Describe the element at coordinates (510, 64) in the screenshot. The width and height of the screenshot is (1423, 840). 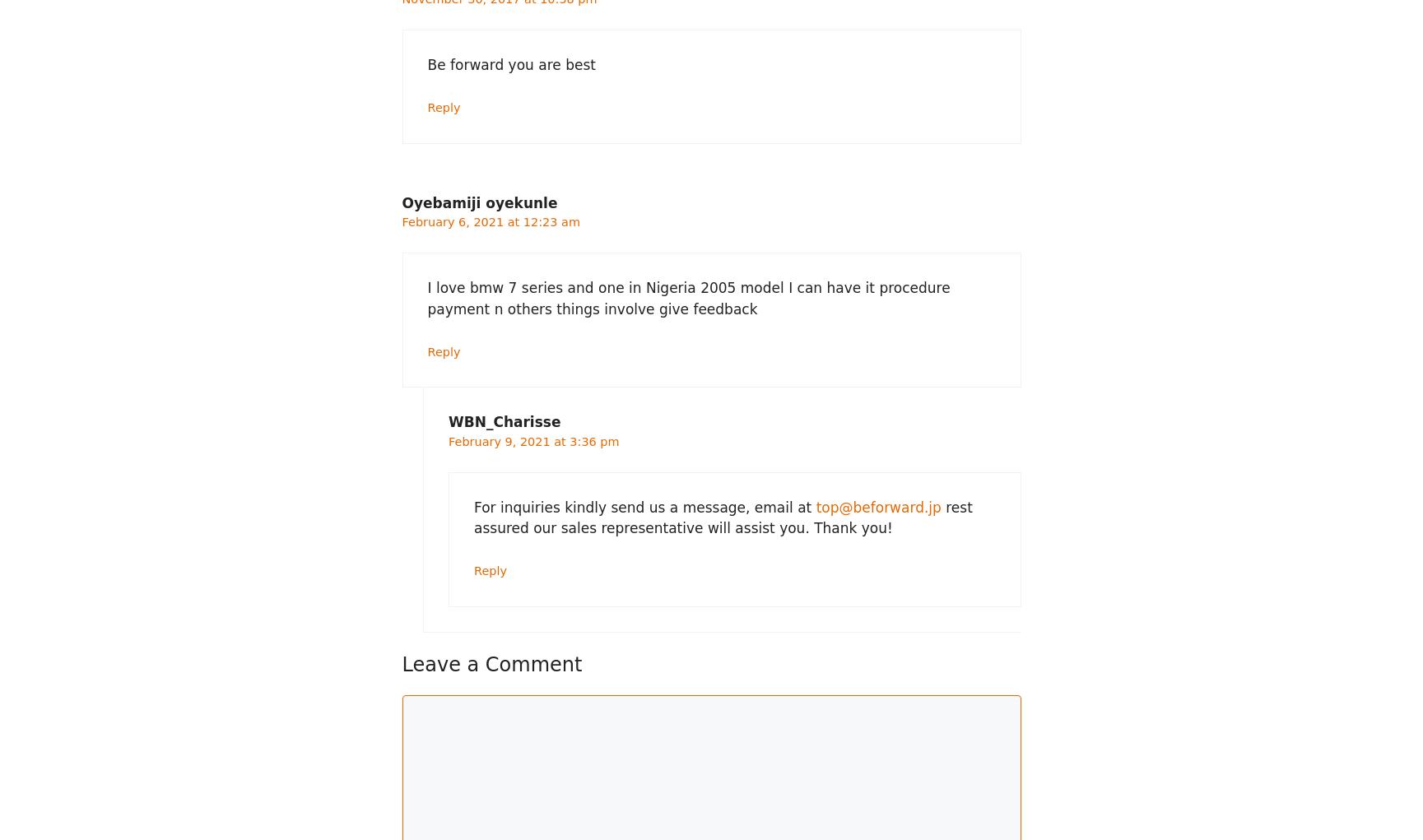
I see `'Be forward you are best'` at that location.